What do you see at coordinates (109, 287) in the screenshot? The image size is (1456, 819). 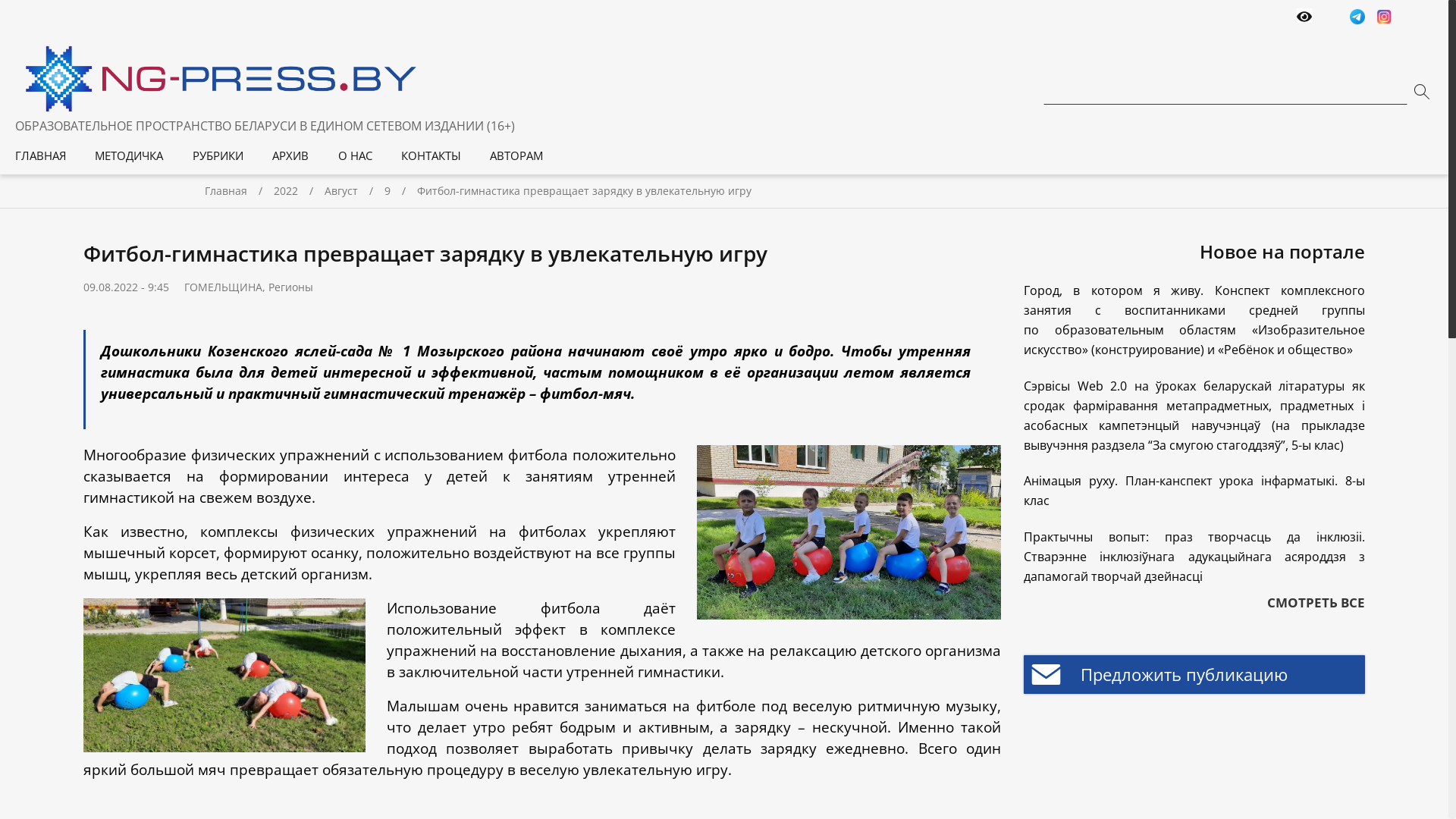 I see `'09.08.2022'` at bounding box center [109, 287].